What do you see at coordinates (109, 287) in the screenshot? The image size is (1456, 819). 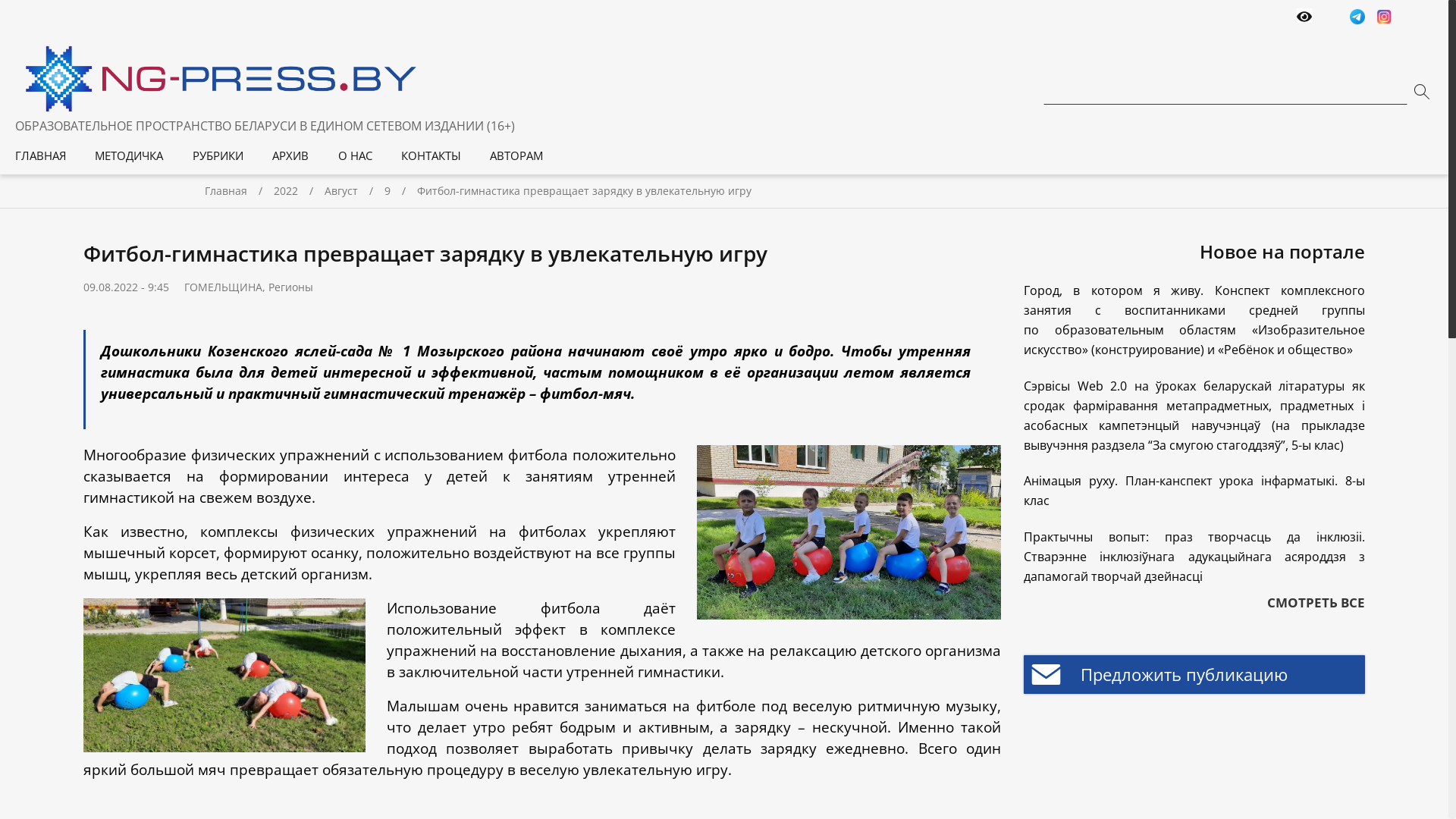 I see `'09.08.2022'` at bounding box center [109, 287].